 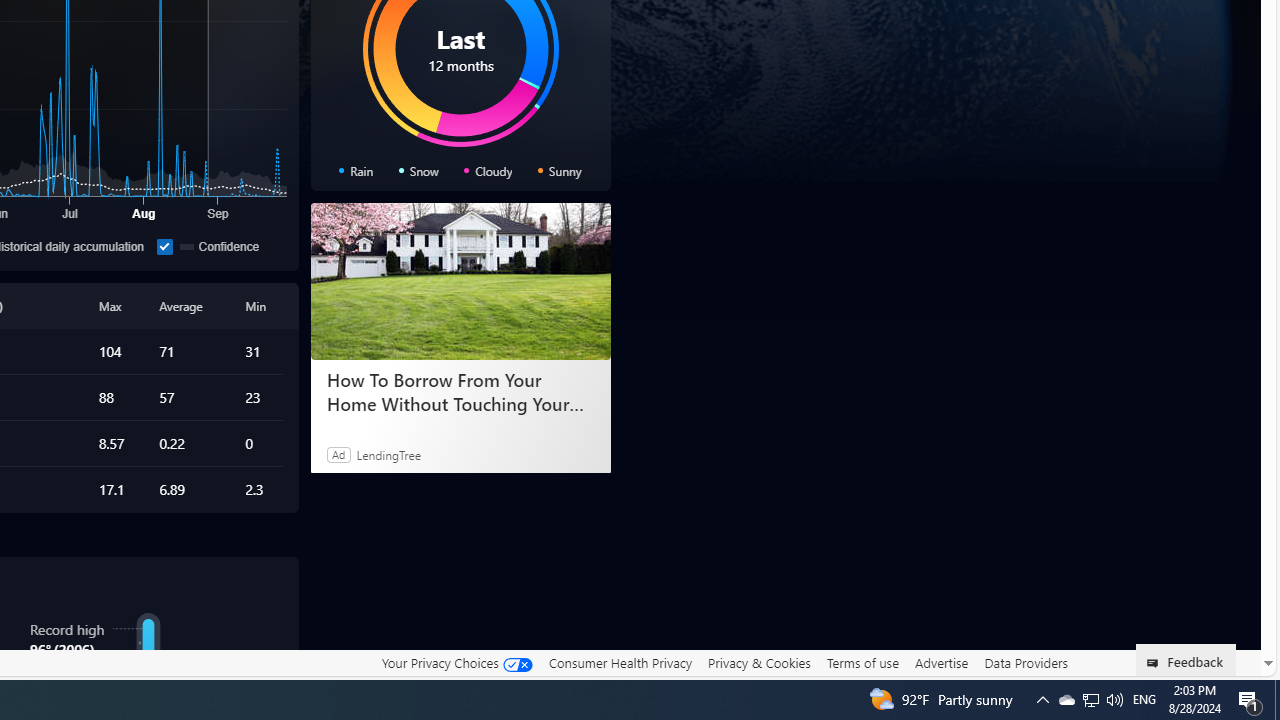 I want to click on 'Confidence', so click(x=164, y=245).